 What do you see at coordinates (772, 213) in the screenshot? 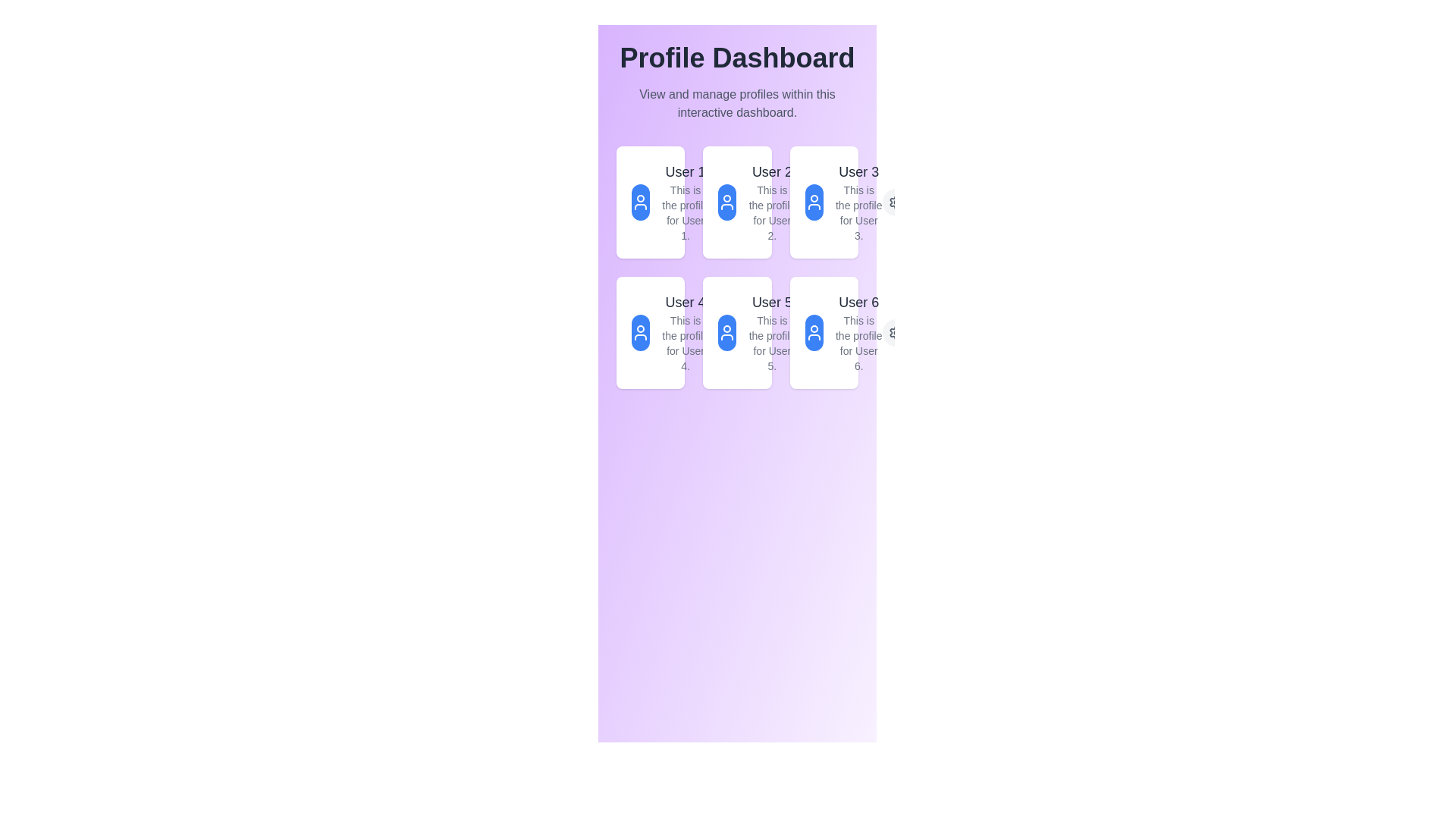
I see `the text snippet reading 'This is the profile for User 2.' which is located under the 'User 2' title in the profile card` at bounding box center [772, 213].